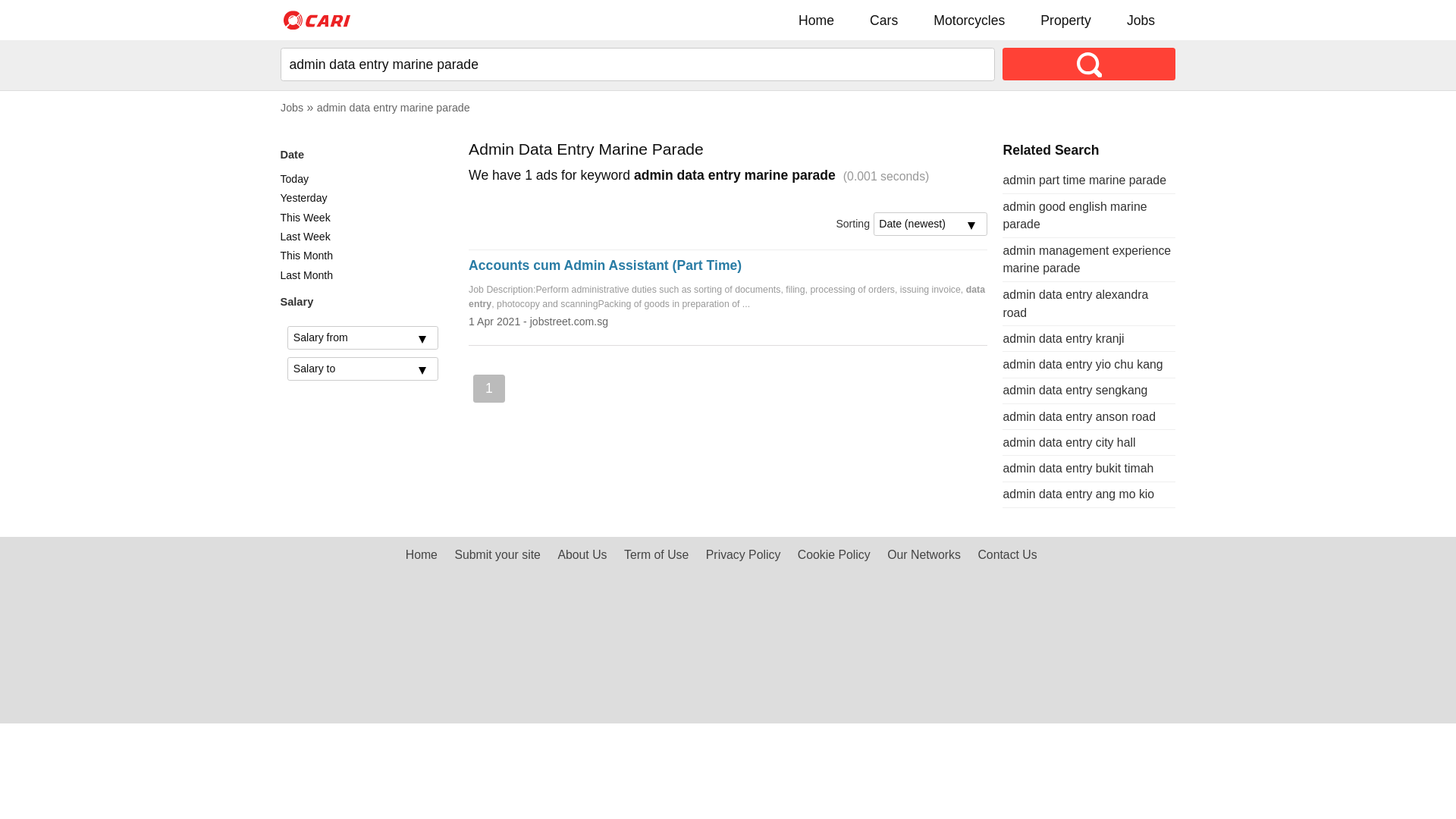 This screenshot has width=1456, height=819. I want to click on 'admin data entry marine parade', so click(393, 107).